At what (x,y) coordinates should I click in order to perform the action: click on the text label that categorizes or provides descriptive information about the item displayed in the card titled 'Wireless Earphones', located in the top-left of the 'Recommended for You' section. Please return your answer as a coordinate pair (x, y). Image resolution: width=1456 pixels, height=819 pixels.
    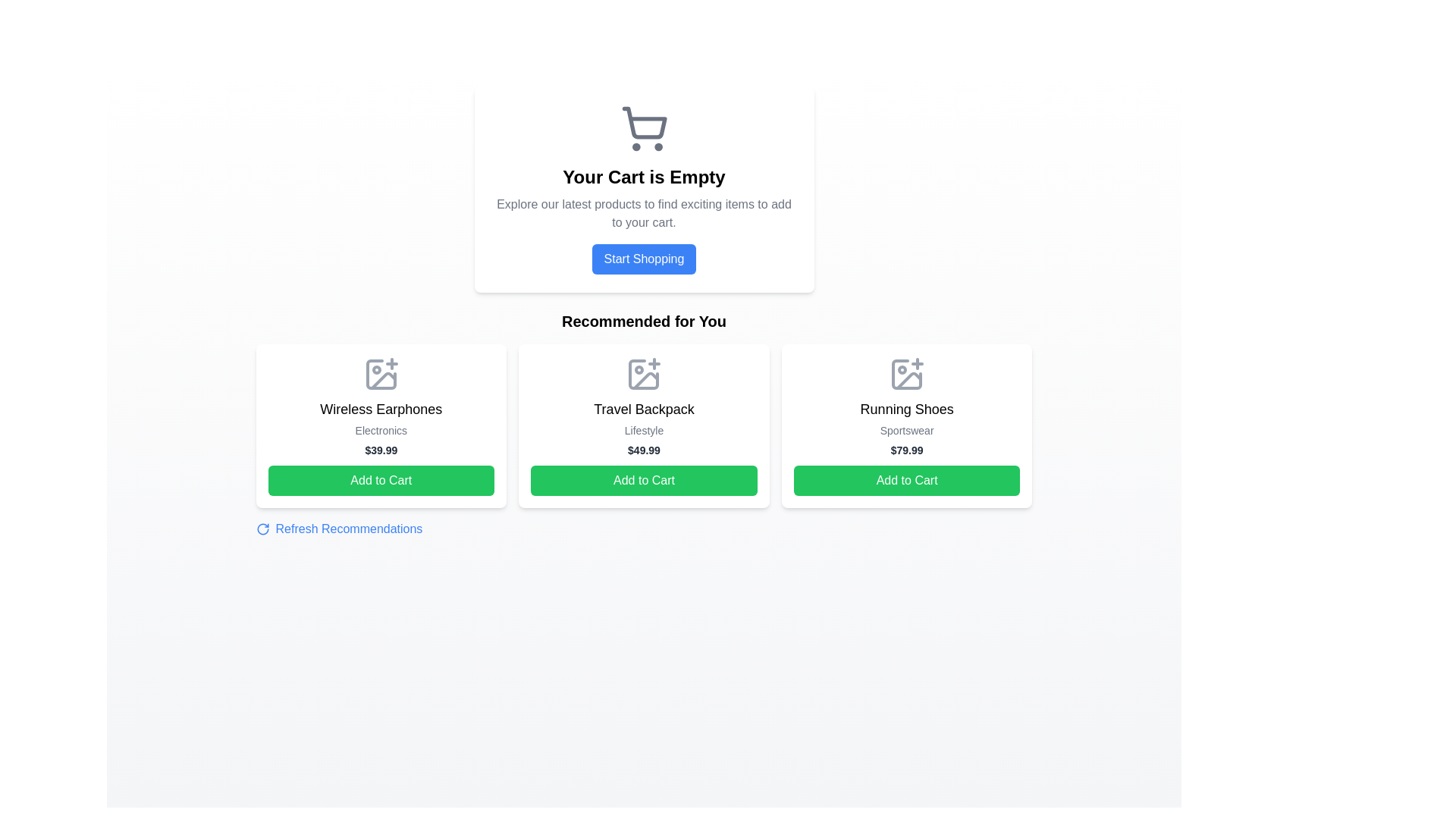
    Looking at the image, I should click on (381, 430).